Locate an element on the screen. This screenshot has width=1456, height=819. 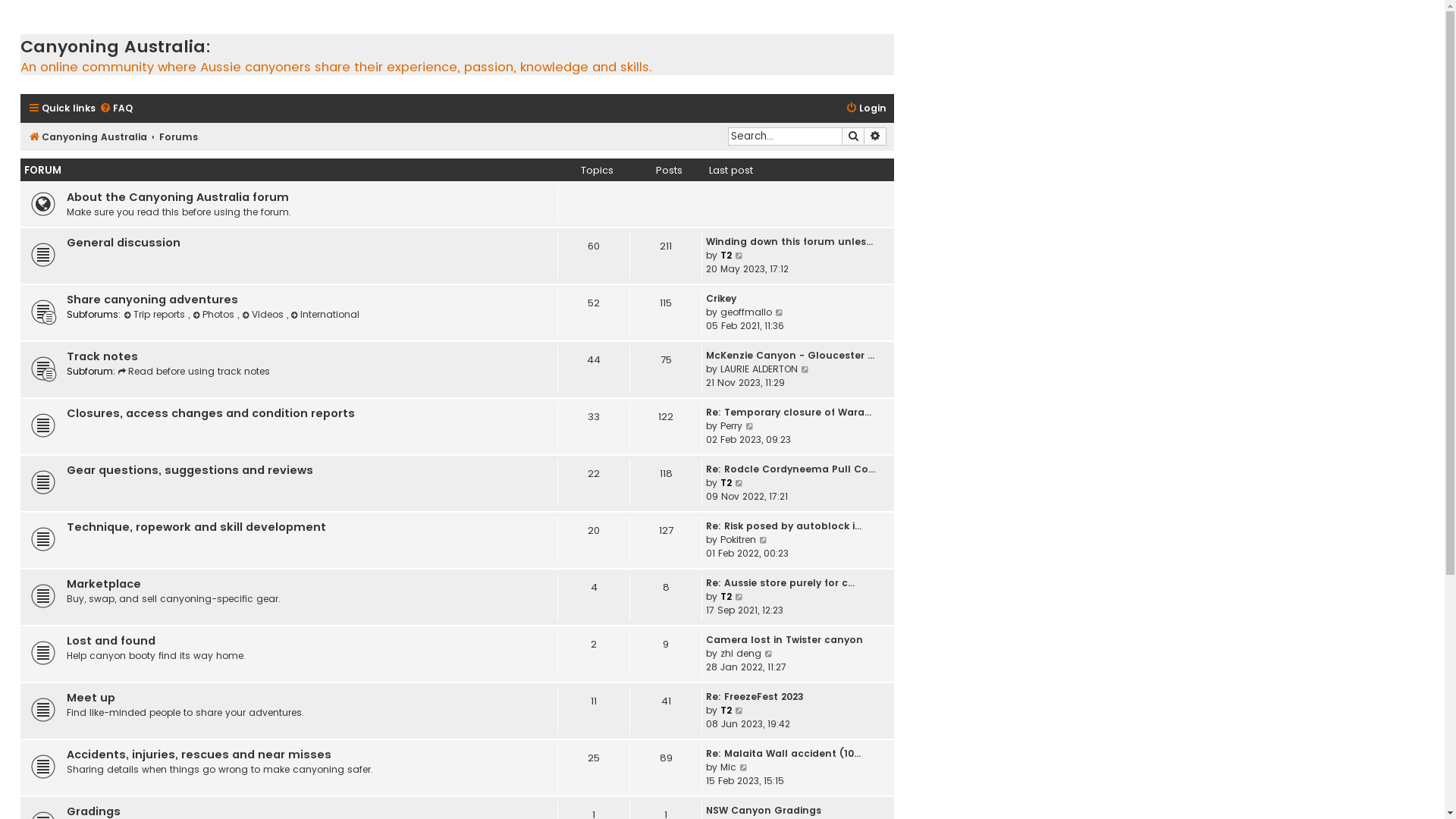
'T2' is located at coordinates (725, 254).